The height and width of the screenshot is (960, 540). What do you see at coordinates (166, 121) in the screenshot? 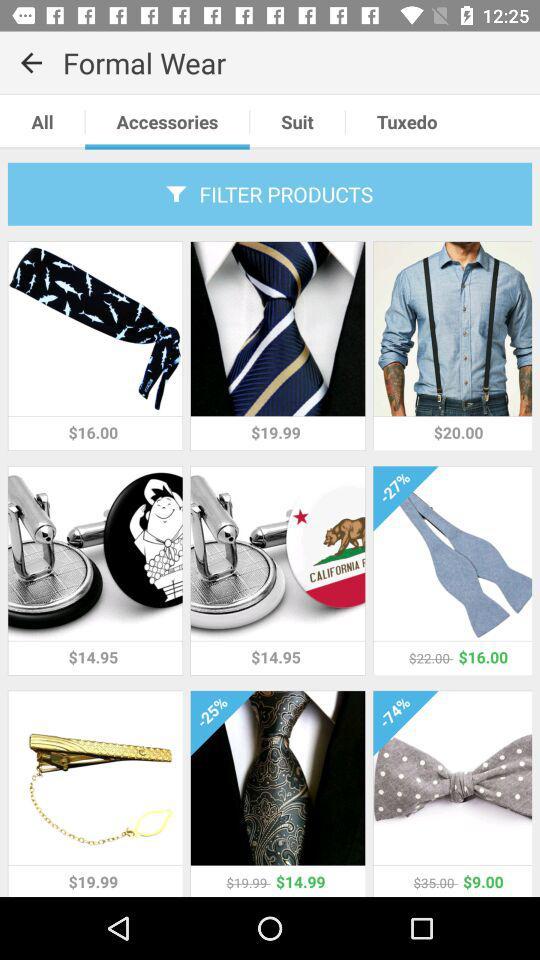
I see `the text next to all` at bounding box center [166, 121].